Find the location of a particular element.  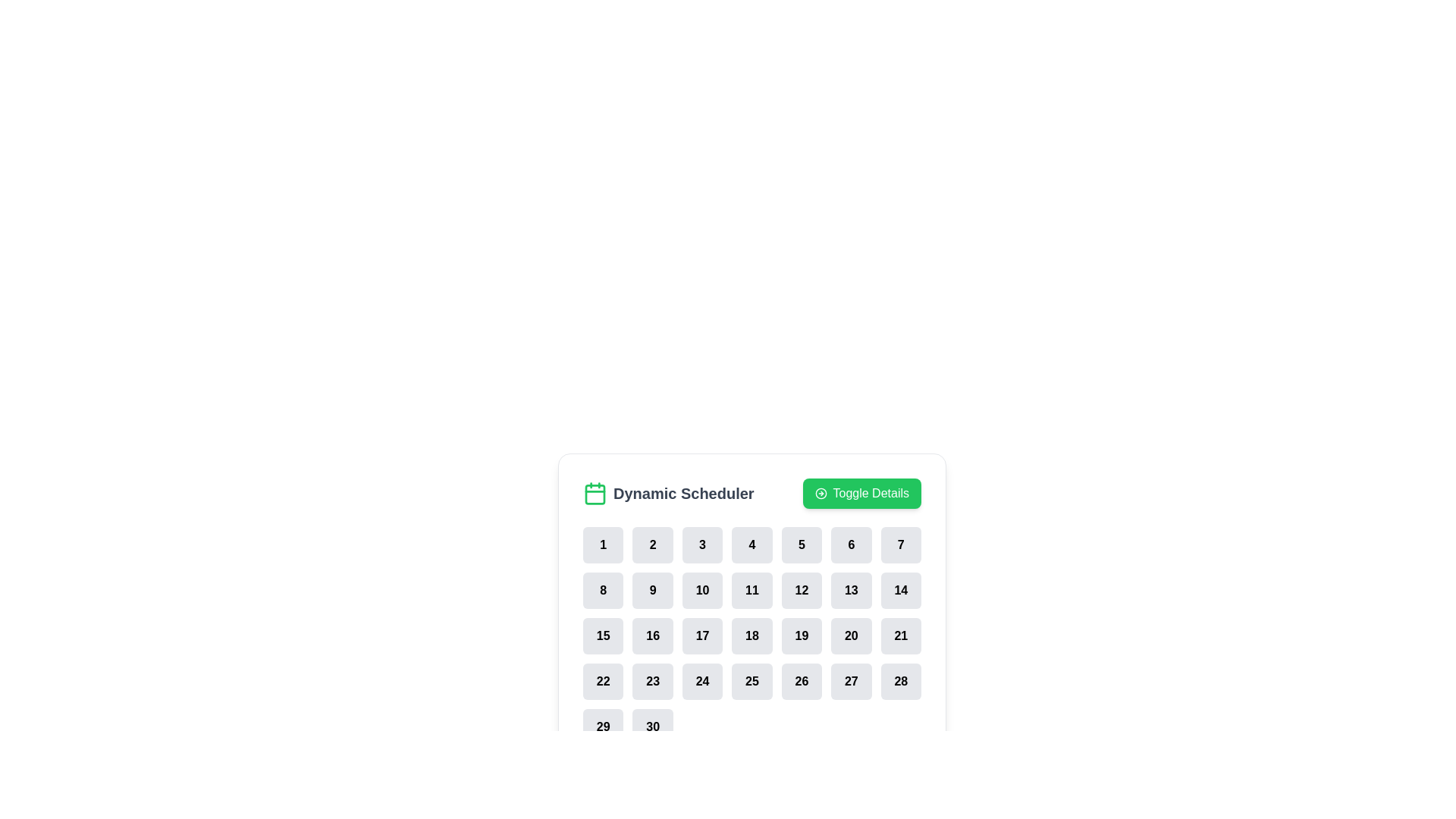

a specific cell in the grid layout of the 'Dynamic Scheduler' is located at coordinates (752, 636).